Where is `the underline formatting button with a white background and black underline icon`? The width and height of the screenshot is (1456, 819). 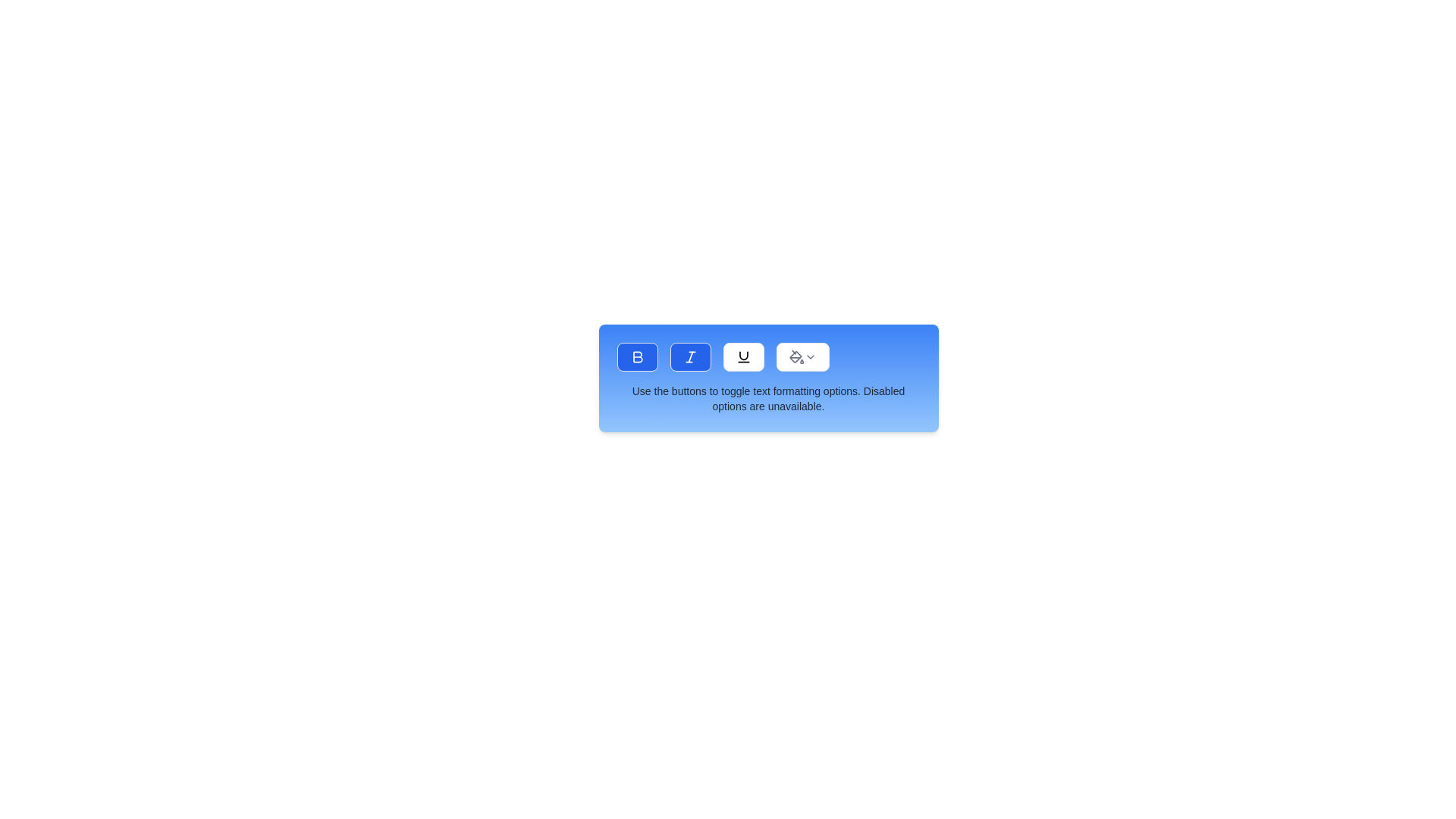
the underline formatting button with a white background and black underline icon is located at coordinates (743, 356).